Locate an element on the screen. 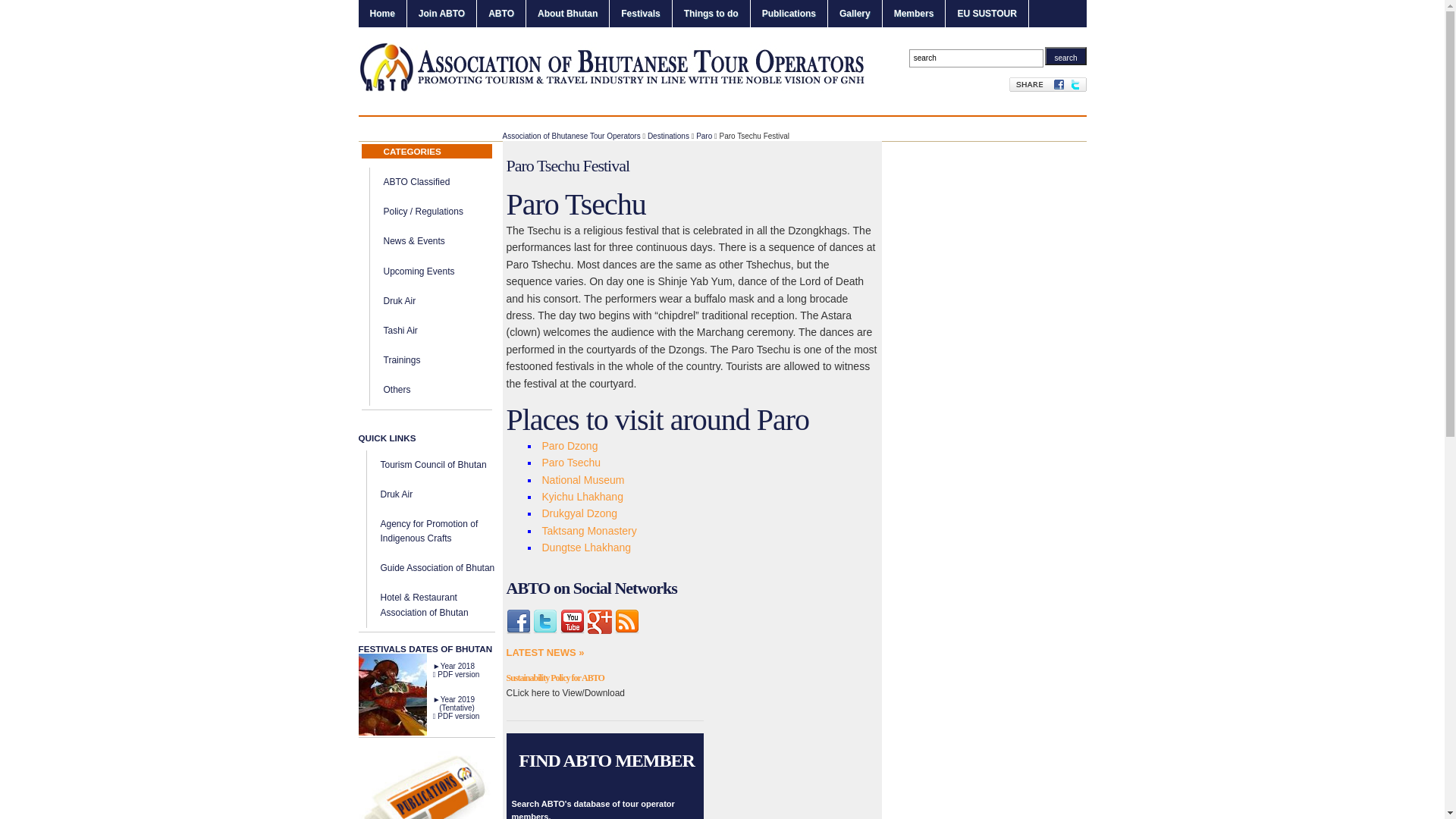 Image resolution: width=1456 pixels, height=819 pixels. 'Gallery' is located at coordinates (855, 14).